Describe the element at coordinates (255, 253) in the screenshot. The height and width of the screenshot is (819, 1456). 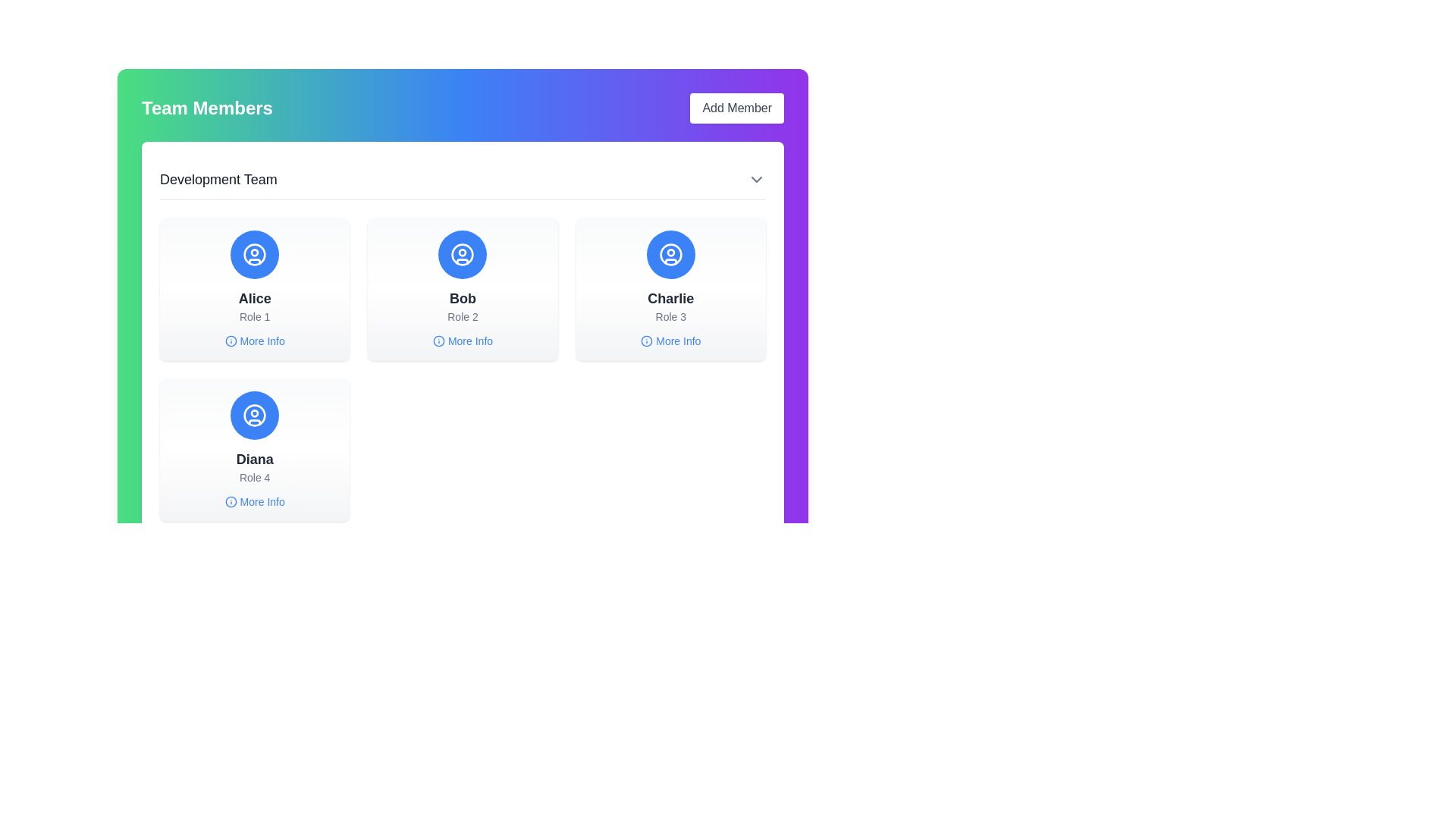
I see `the outer circle of the user icon located within the card labeled 'Alice Role 1' in the first column of the 'Development Team' section` at that location.